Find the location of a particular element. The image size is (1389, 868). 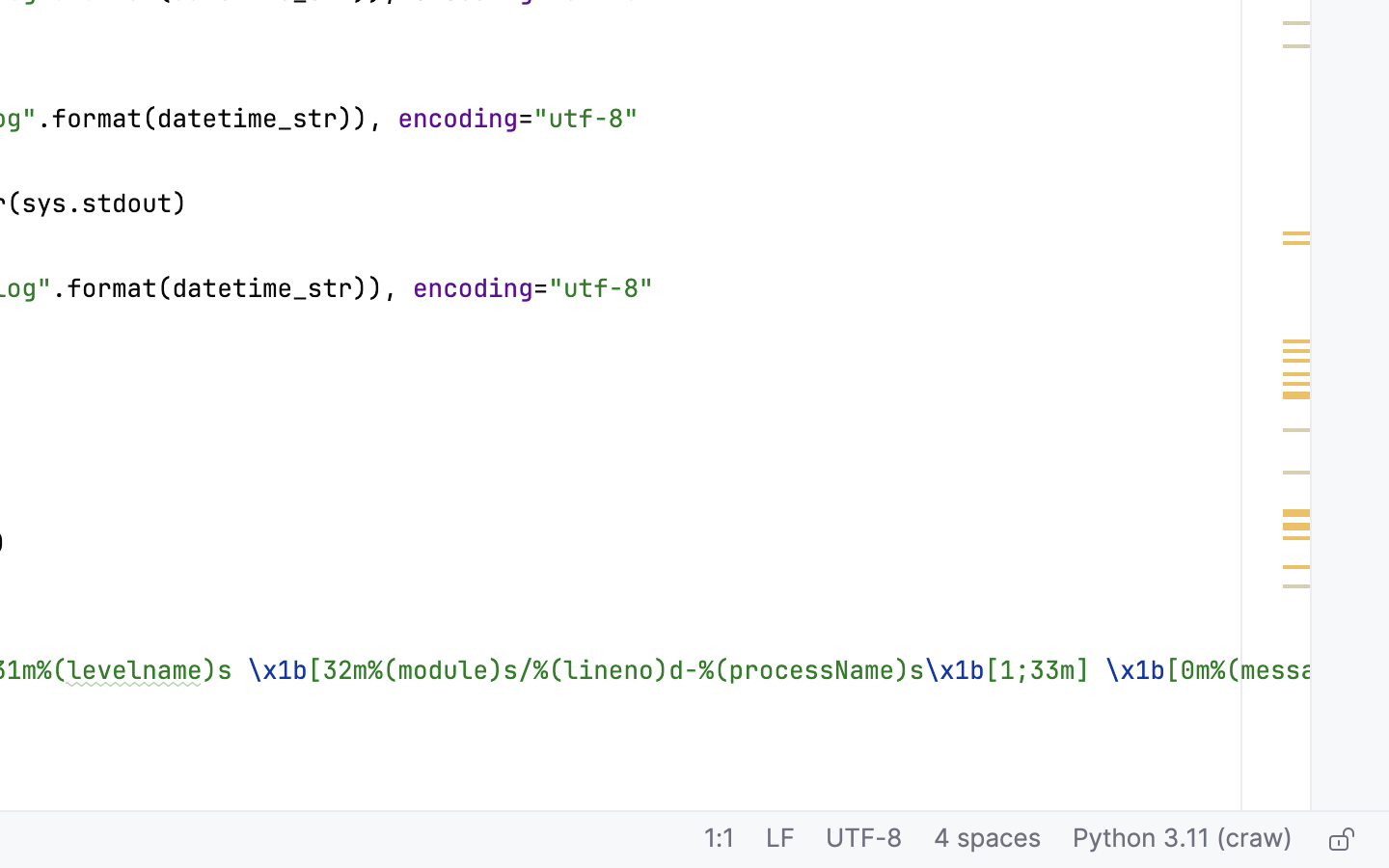

'UTF-8' is located at coordinates (862, 840).